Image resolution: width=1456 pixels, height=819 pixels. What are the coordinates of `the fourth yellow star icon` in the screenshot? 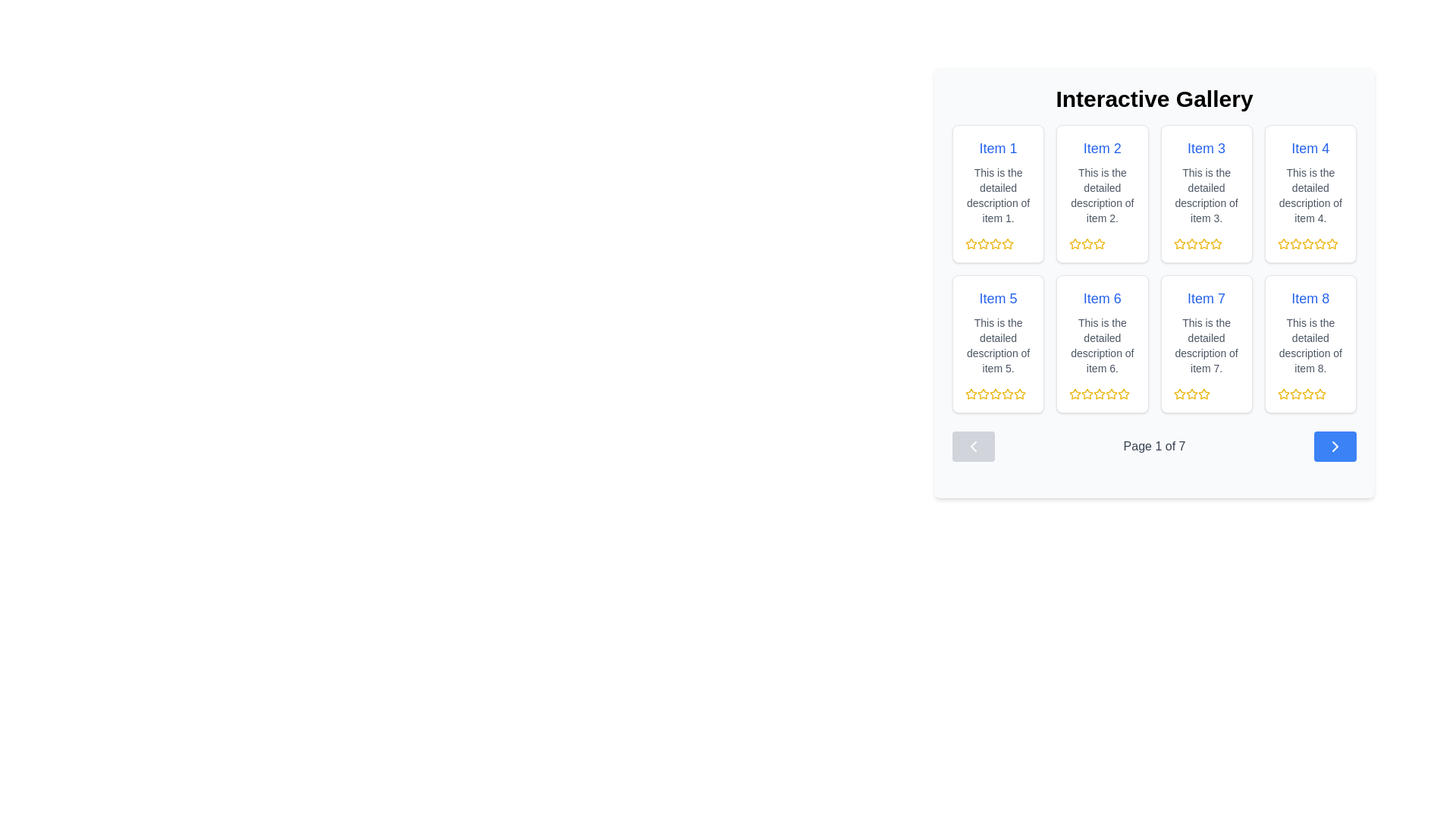 It's located at (1319, 393).